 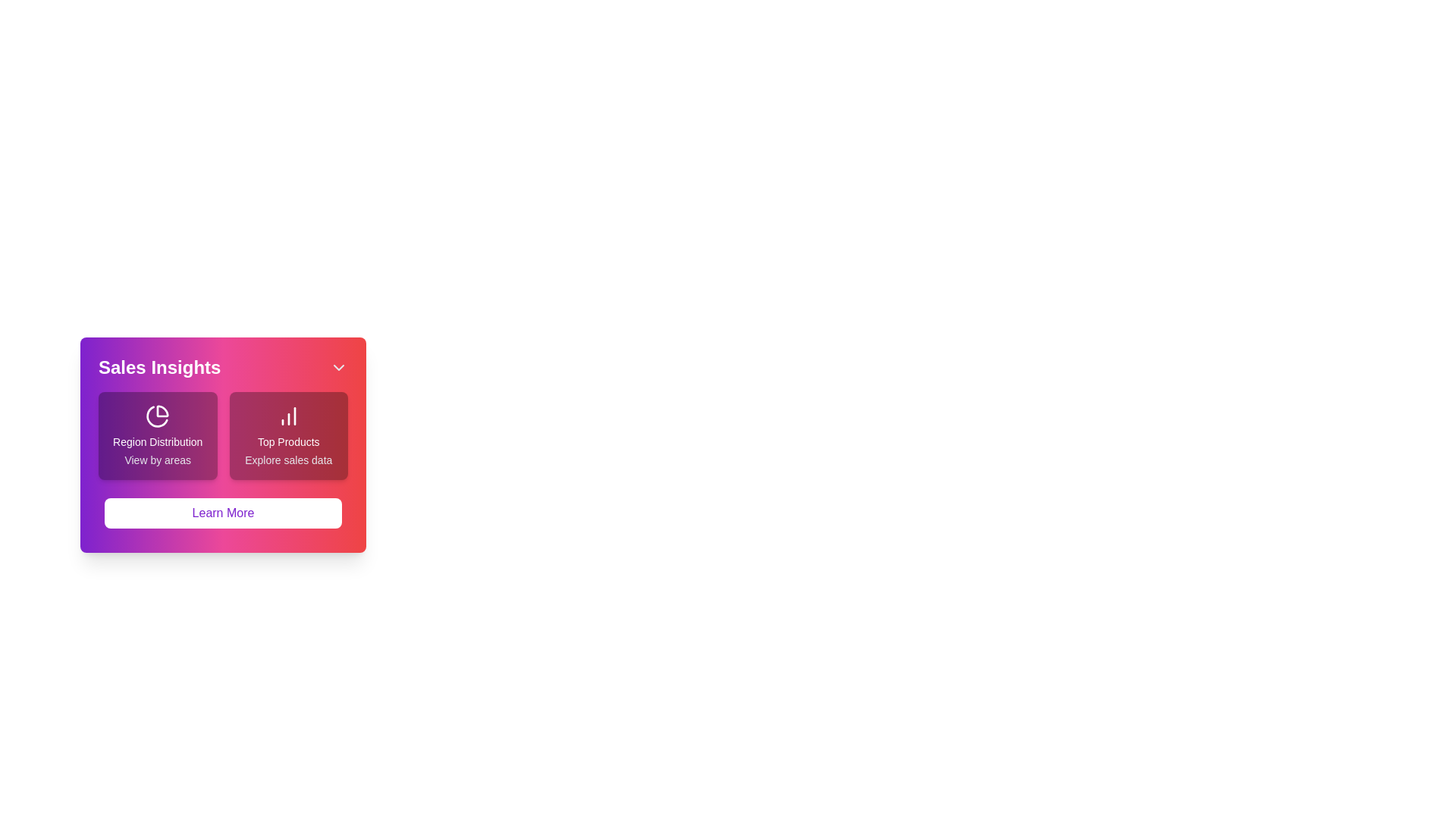 I want to click on the text label that reads 'View by areas', which is located under the 'Region Distribution' title in the purple card of the 'Sales Insights' section, so click(x=158, y=459).